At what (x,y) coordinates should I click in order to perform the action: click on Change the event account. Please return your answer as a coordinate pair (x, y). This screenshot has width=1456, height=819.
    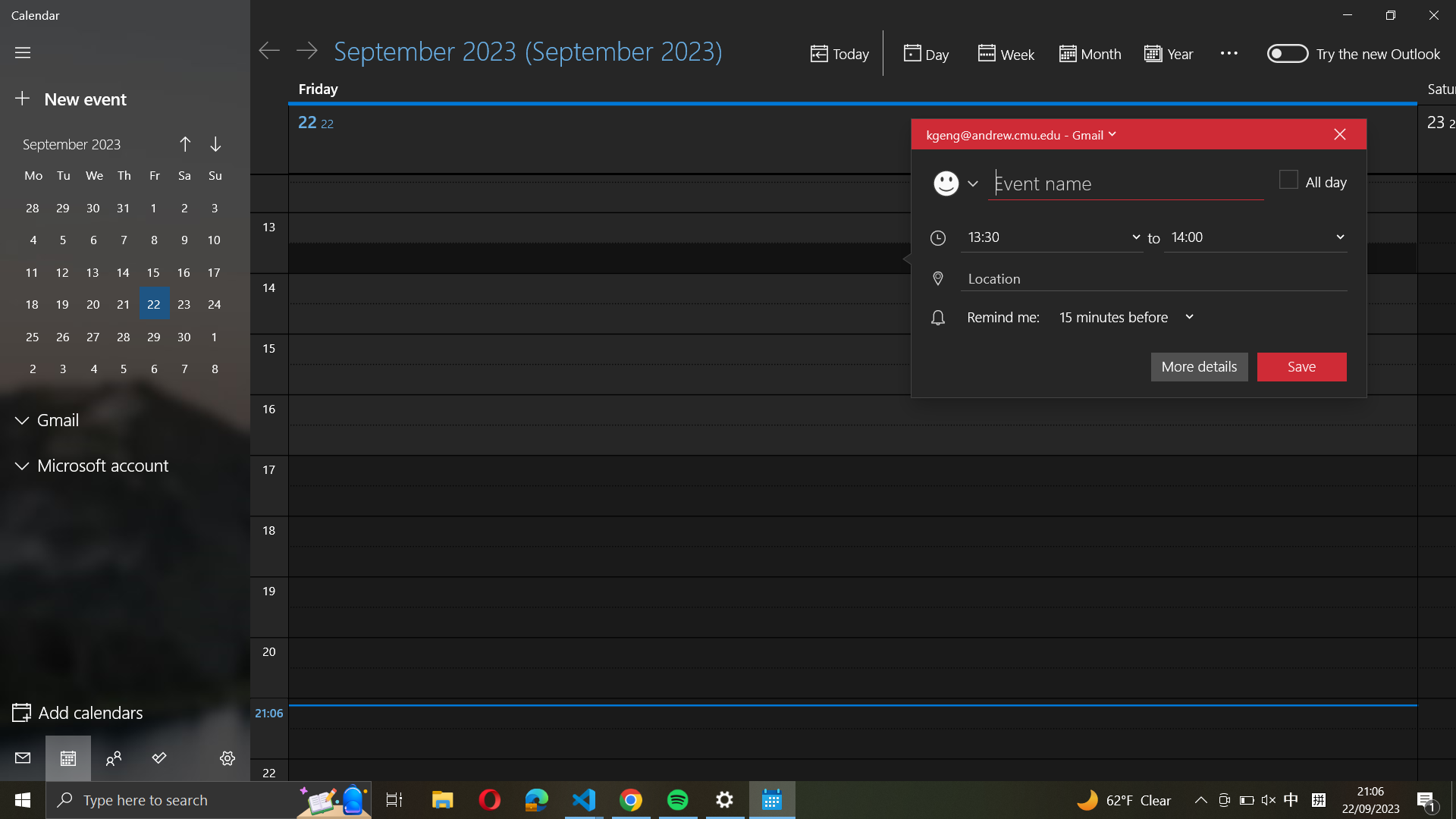
    Looking at the image, I should click on (1019, 133).